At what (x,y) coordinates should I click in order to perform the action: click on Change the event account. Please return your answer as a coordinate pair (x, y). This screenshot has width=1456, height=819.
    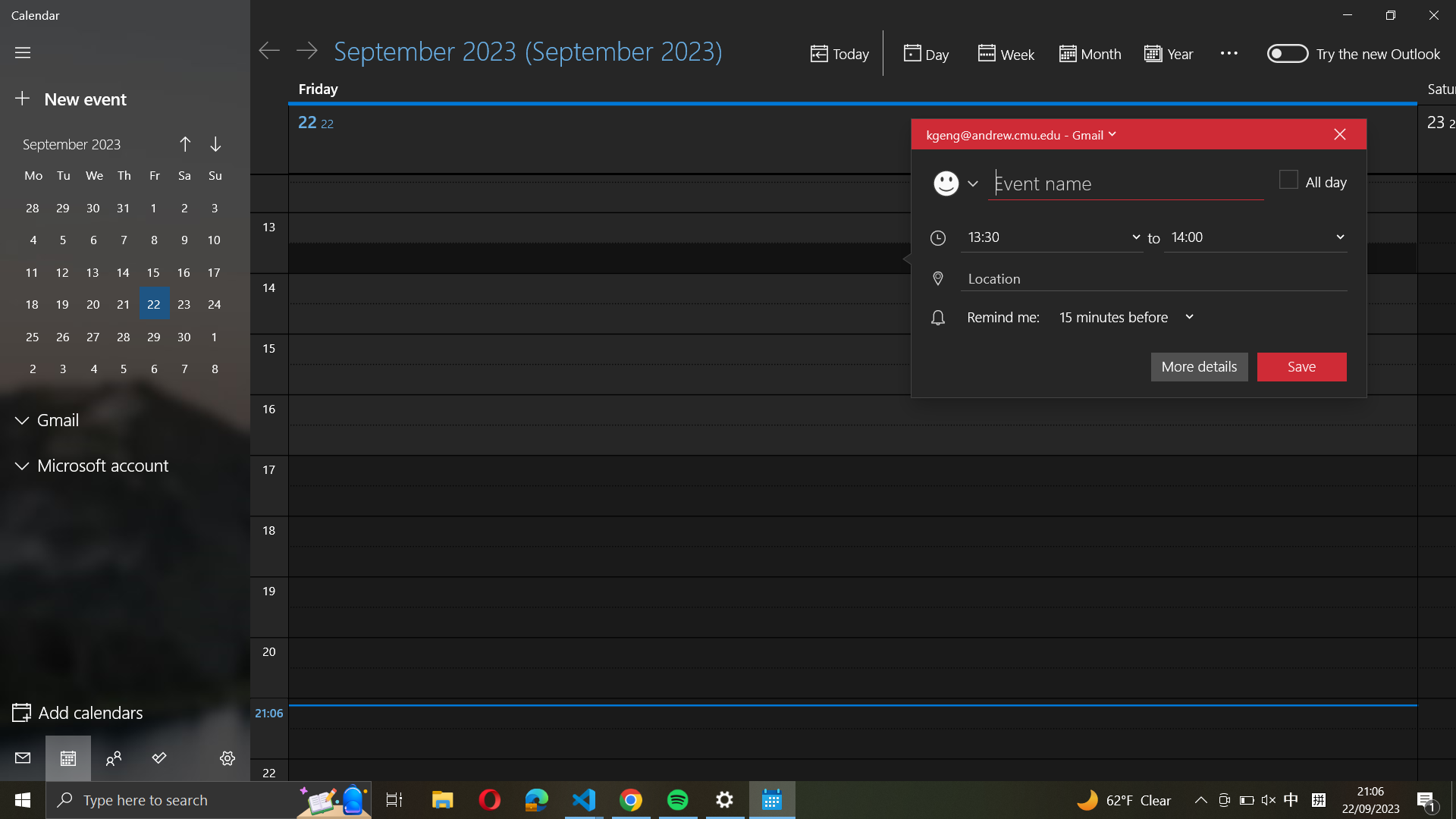
    Looking at the image, I should click on (1019, 133).